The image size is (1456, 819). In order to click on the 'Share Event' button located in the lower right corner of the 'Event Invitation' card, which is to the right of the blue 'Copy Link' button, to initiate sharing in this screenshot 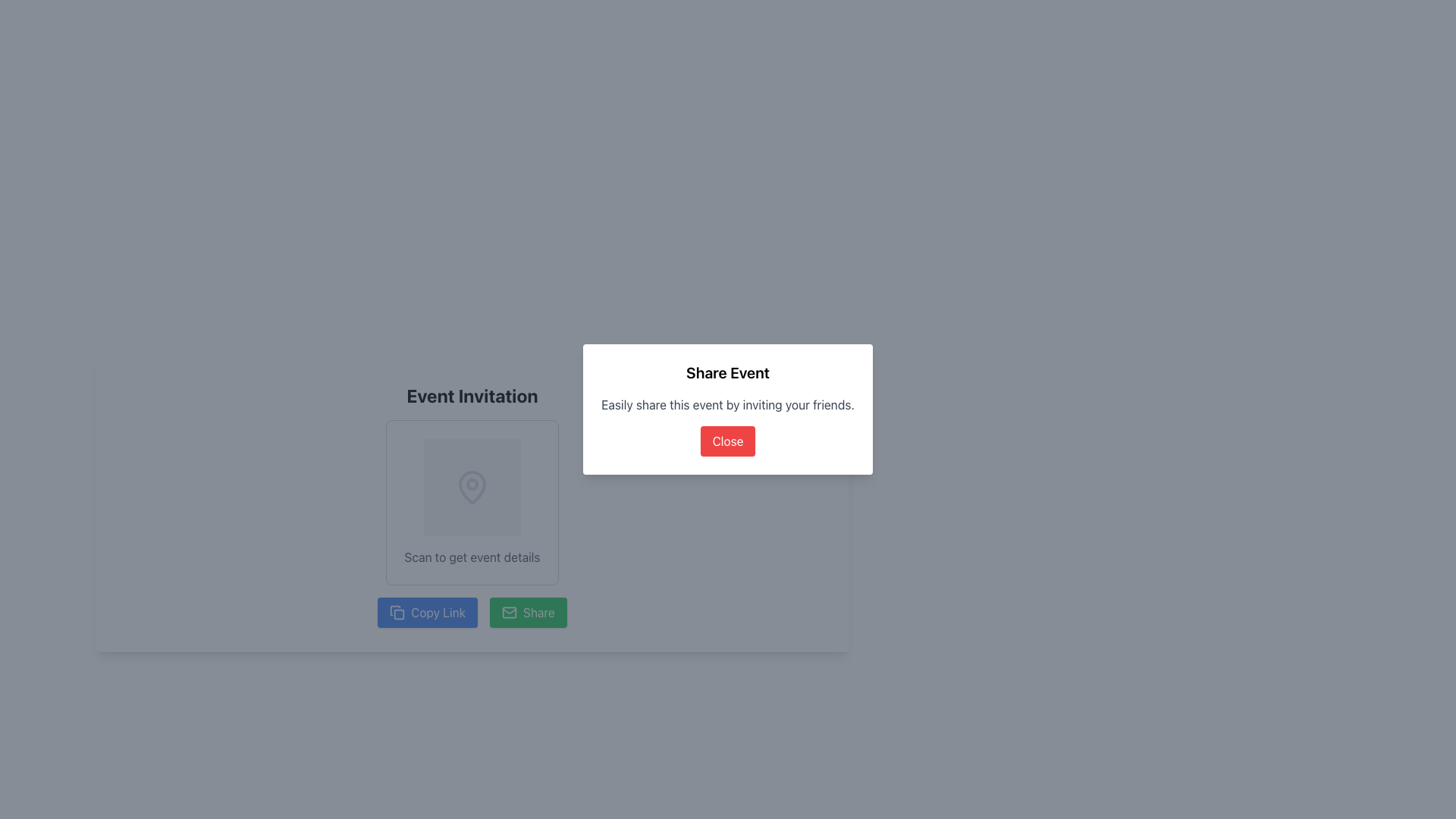, I will do `click(528, 611)`.